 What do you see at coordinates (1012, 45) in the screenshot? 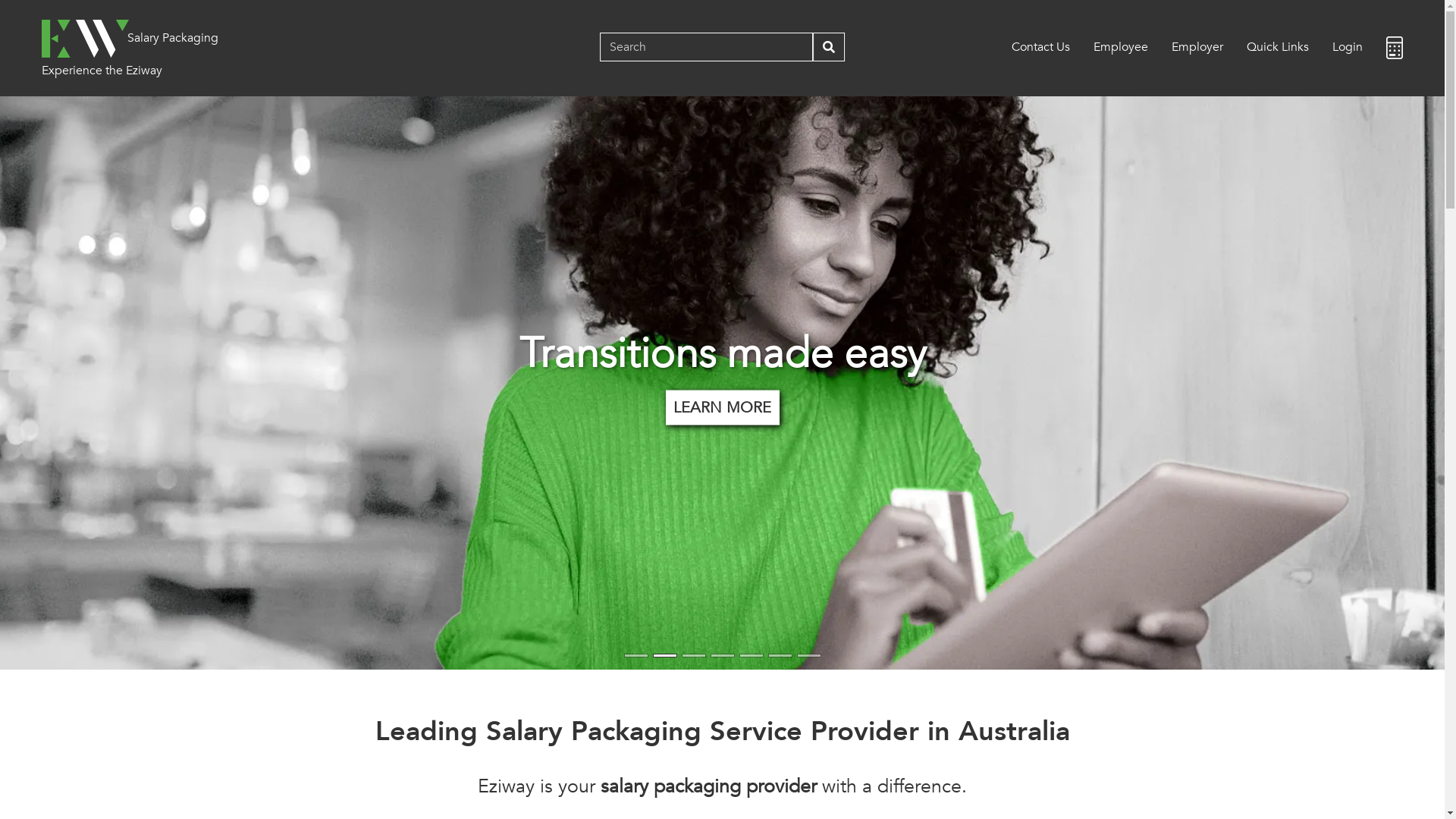
I see `'Contact Us'` at bounding box center [1012, 45].